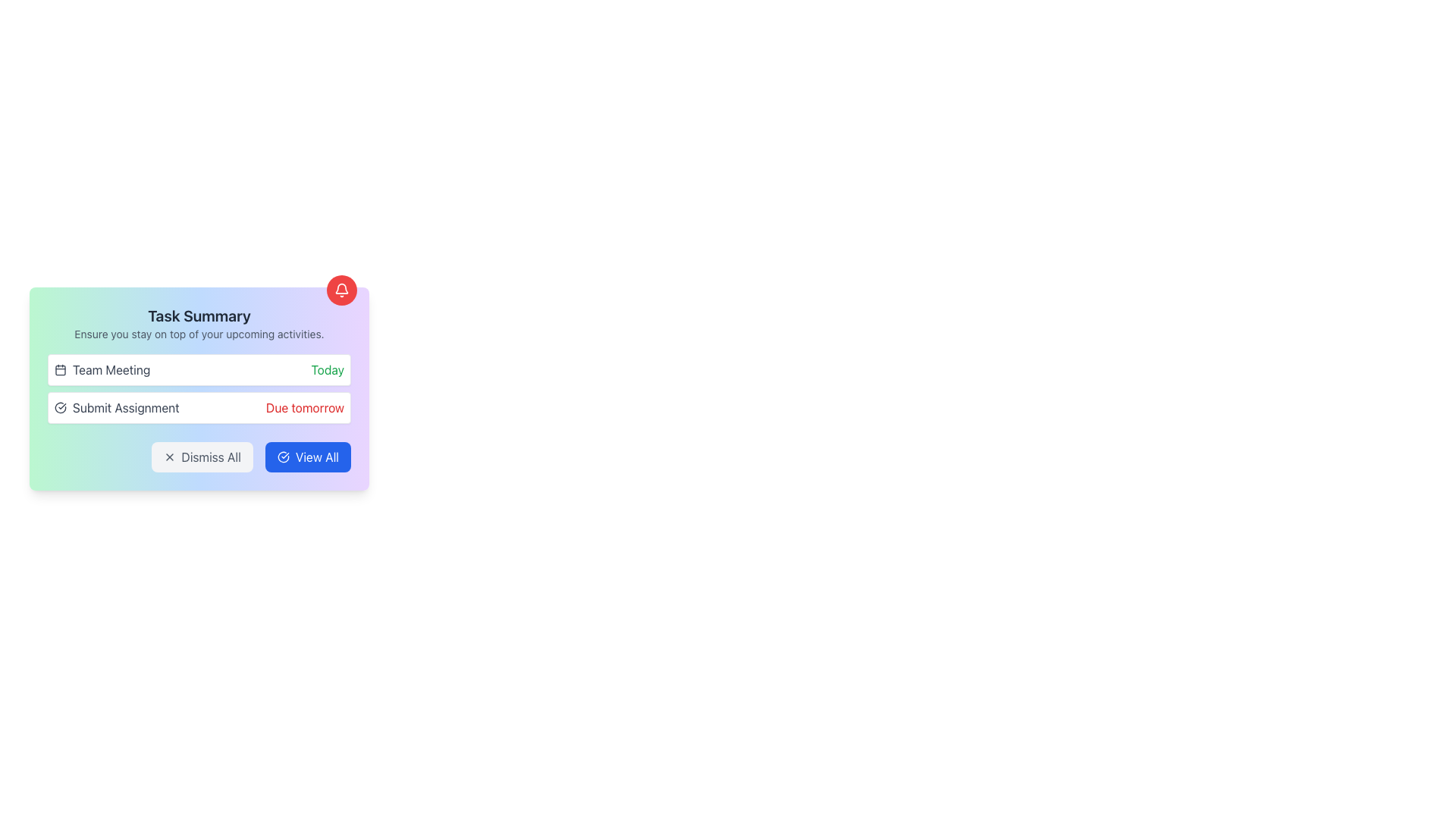 The image size is (1456, 819). I want to click on the 'Dismiss All' button which has a light gray background and a cross icon, so click(201, 456).